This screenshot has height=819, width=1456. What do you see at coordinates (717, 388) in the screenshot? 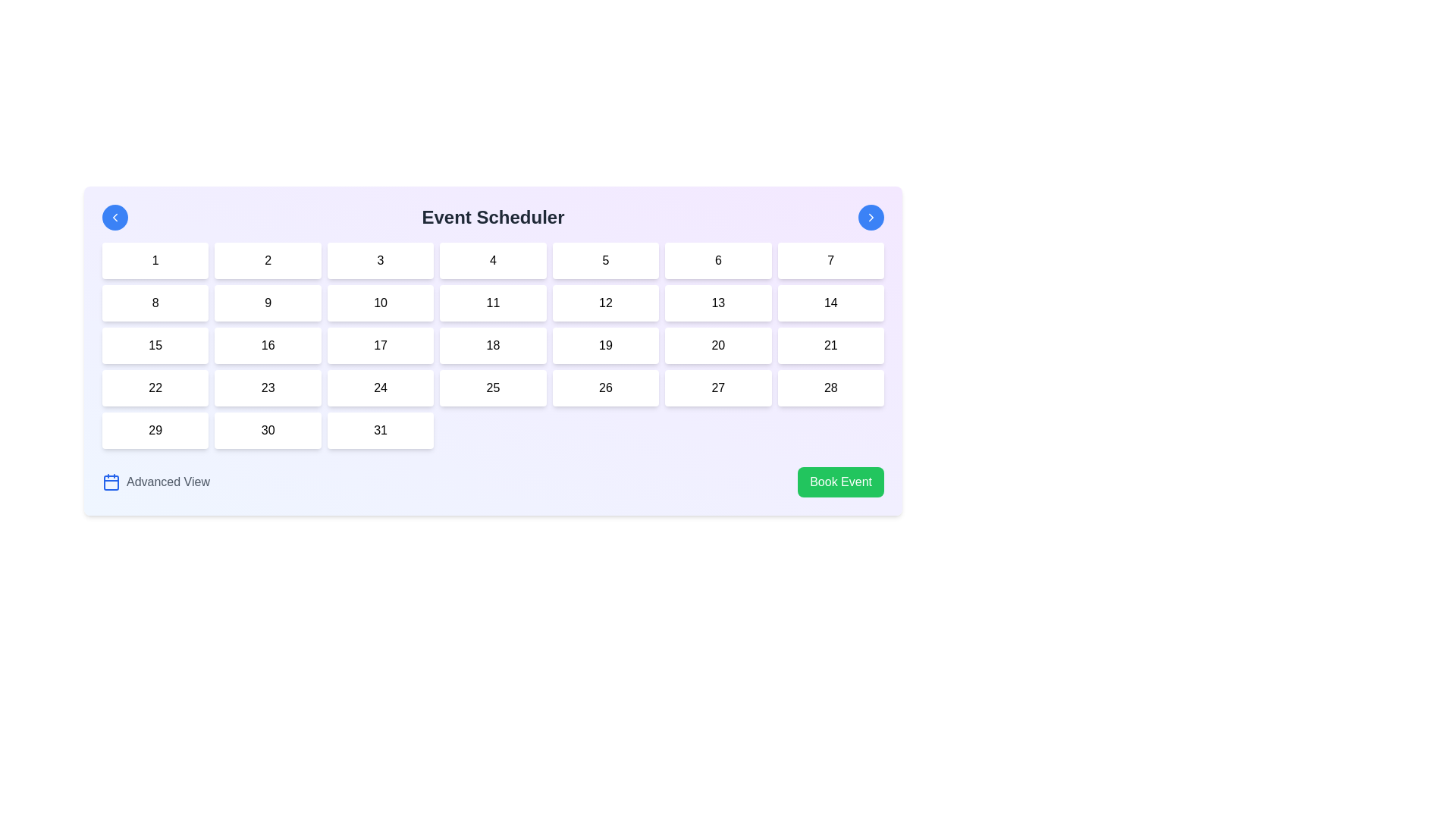
I see `the button labeled '27', which is a rectangular button with a white background, shadow effect, and rounded corners, located` at bounding box center [717, 388].